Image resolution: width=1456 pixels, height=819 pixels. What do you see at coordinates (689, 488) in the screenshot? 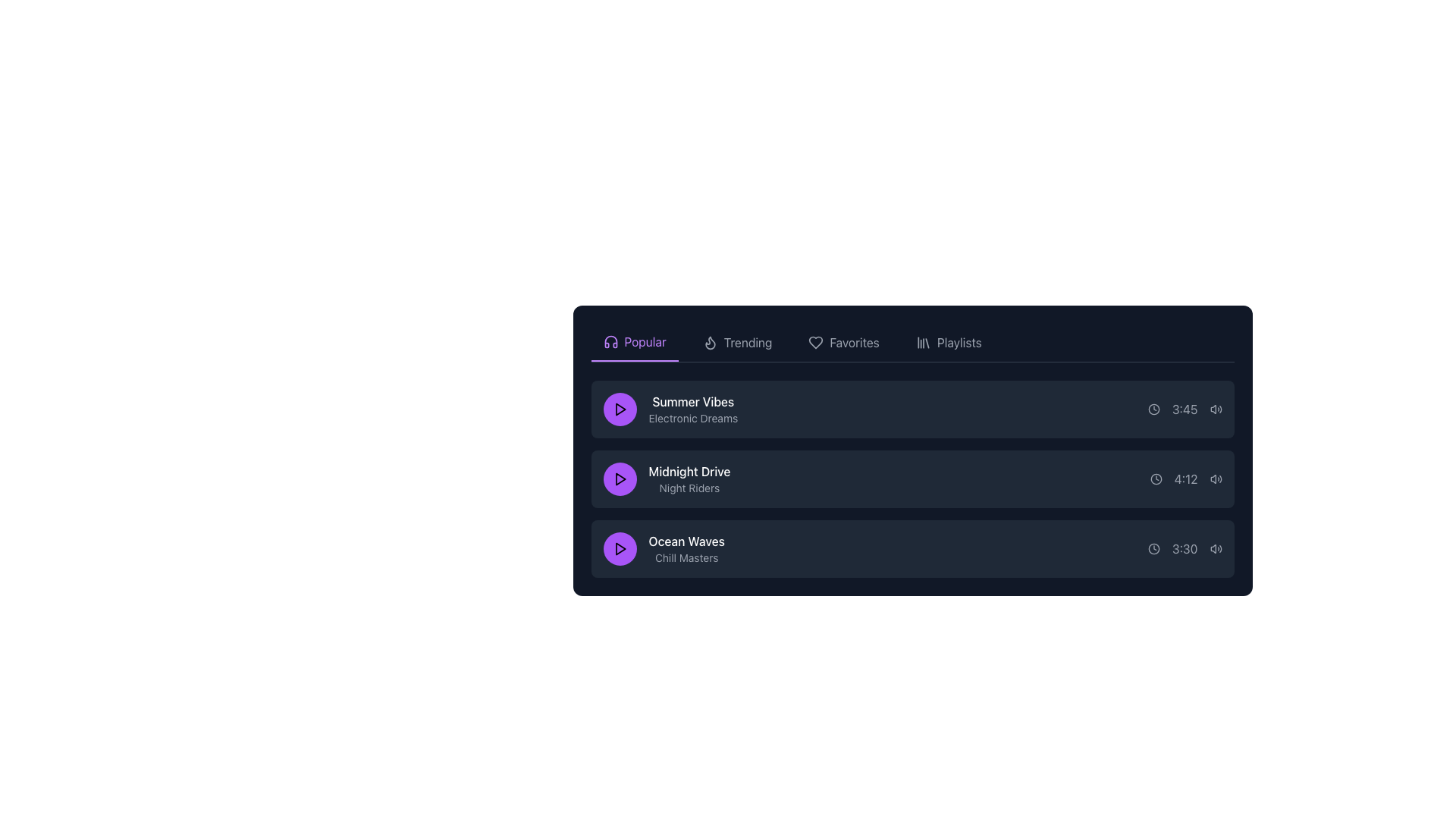
I see `the static text label providing additional descriptive information related to the 'Midnight Drive' playlist entry, located below the 'Midnight Drive' text within the second item of the playlist in the 'Popular' tab` at bounding box center [689, 488].